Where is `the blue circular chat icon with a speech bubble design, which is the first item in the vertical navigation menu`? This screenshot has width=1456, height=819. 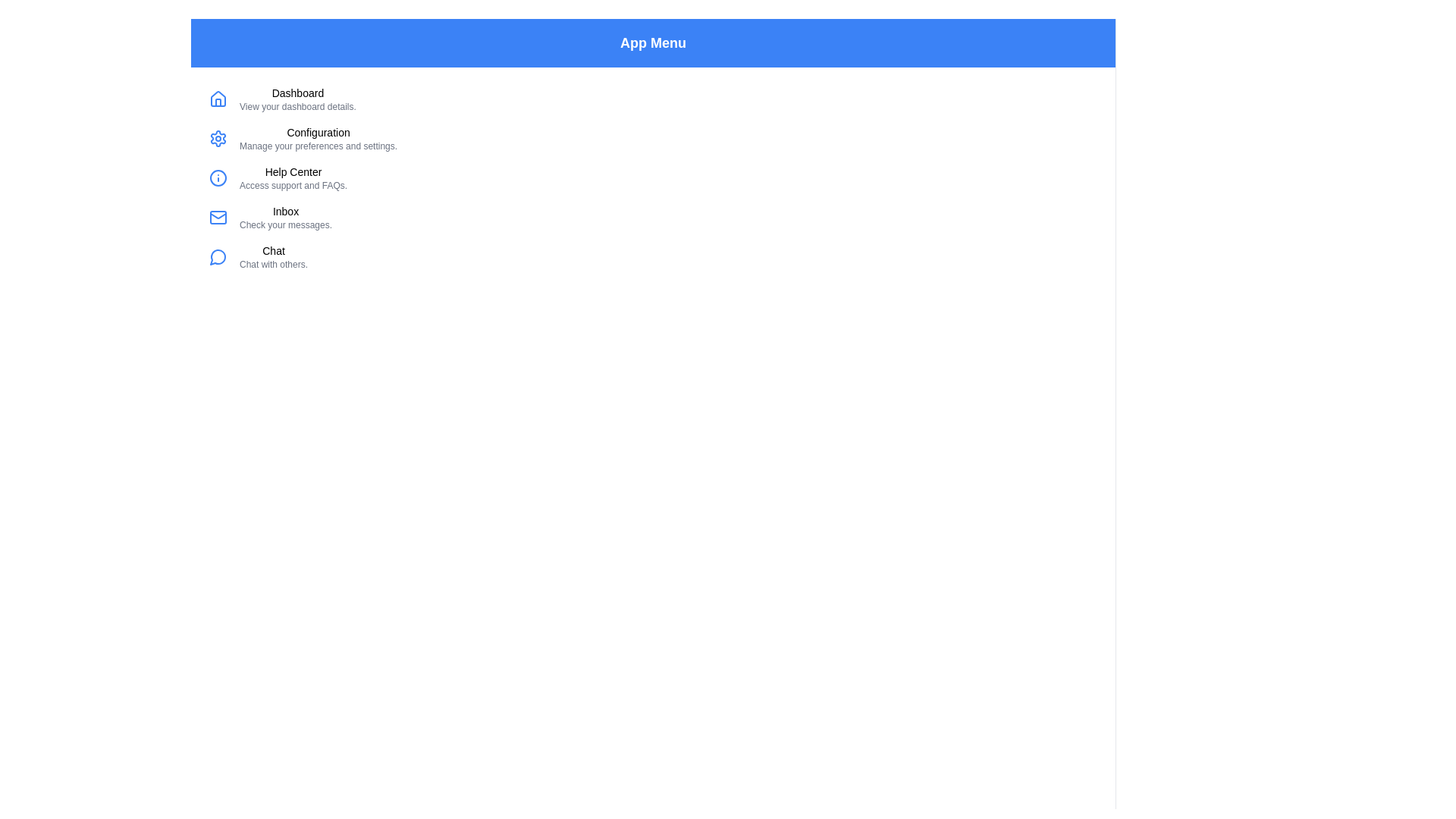
the blue circular chat icon with a speech bubble design, which is the first item in the vertical navigation menu is located at coordinates (218, 256).